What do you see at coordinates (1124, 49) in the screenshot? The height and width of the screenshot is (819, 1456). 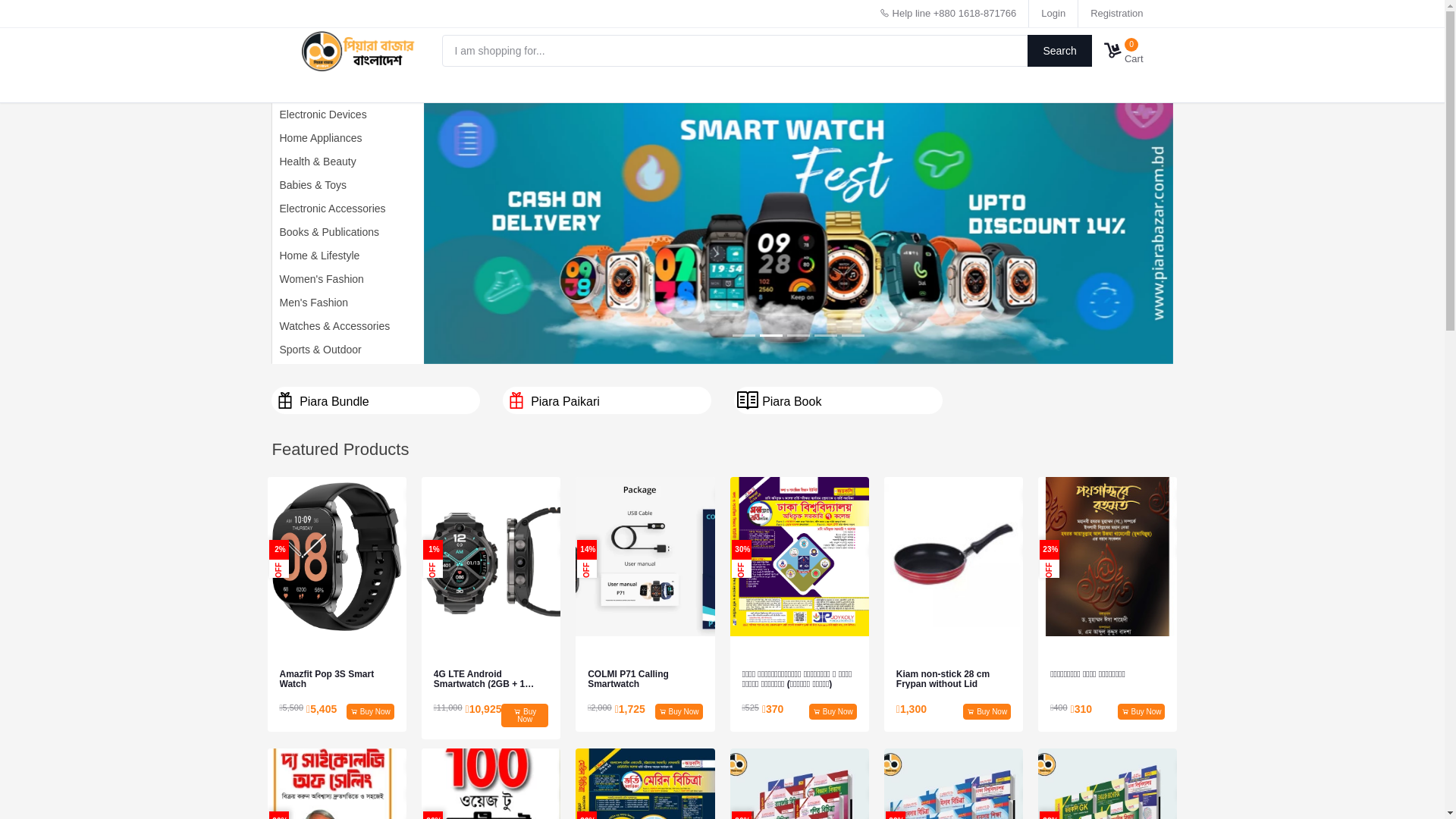 I see `'0` at bounding box center [1124, 49].